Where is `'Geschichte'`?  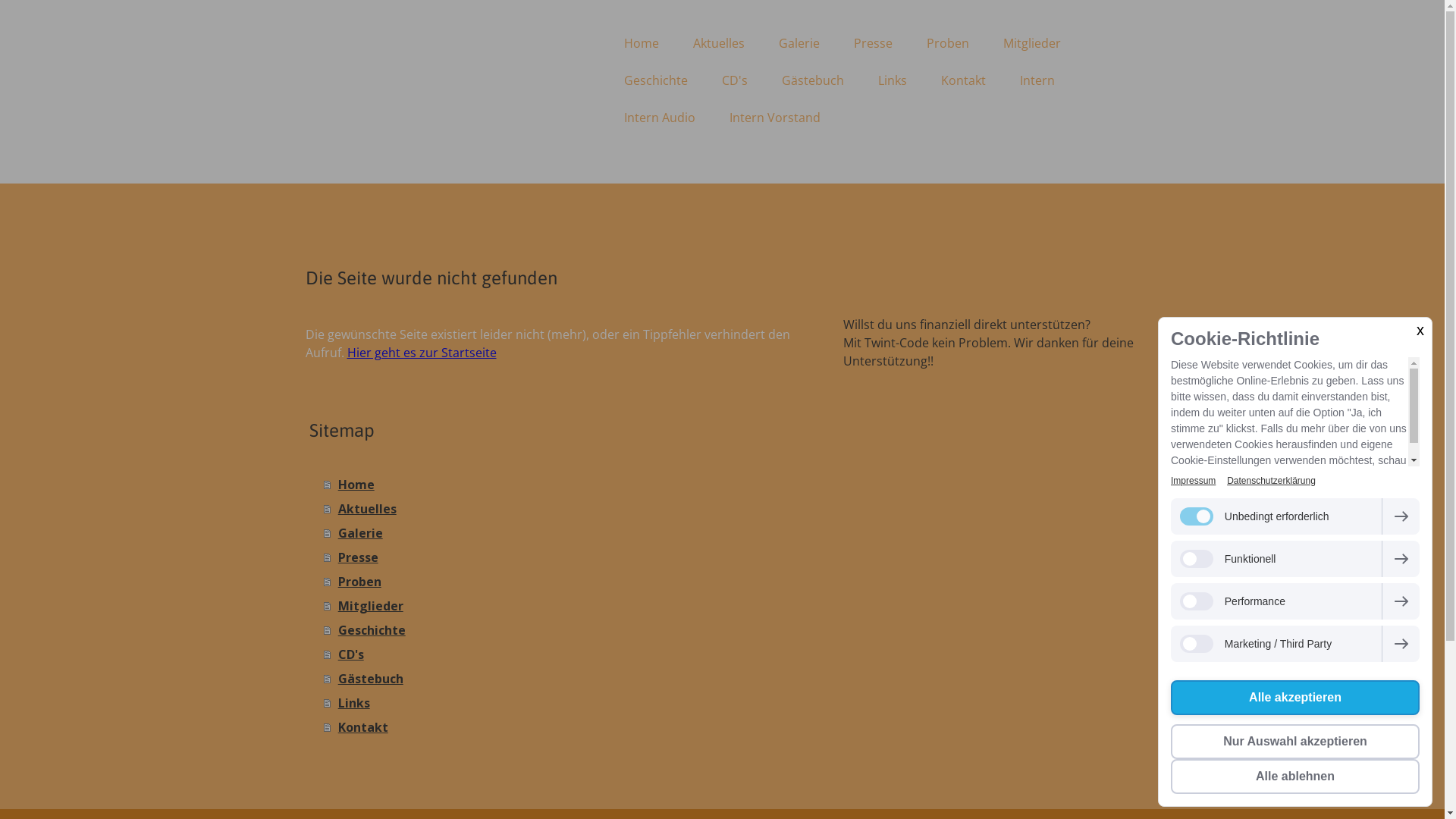 'Geschichte' is located at coordinates (607, 80).